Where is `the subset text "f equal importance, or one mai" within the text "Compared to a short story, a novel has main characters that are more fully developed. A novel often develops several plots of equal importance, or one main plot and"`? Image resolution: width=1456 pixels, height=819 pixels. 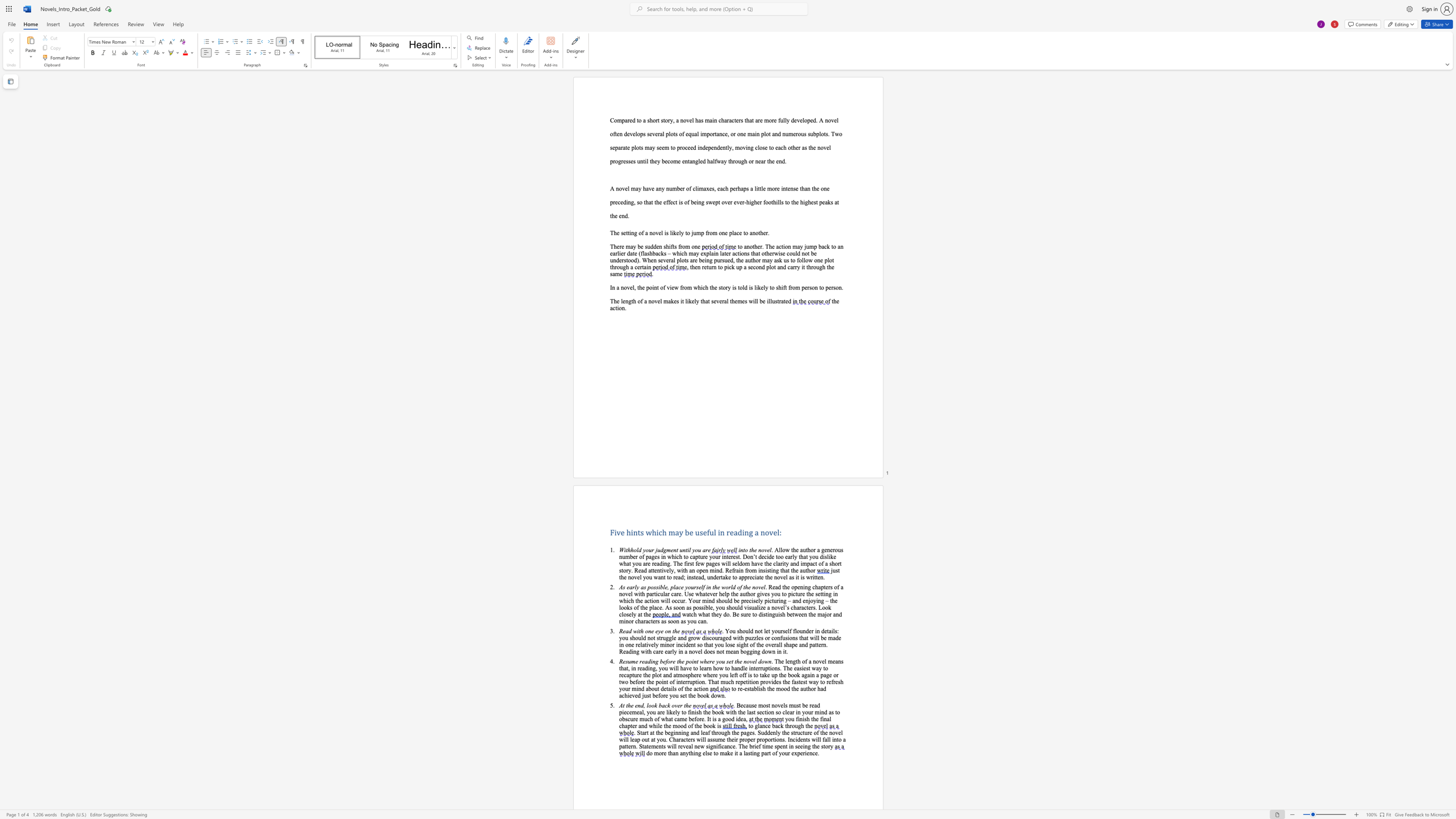
the subset text "f equal importance, or one mai" within the text "Compared to a short story, a novel has main characters that are more fully developed. A novel often develops several plots of equal importance, or one main plot and" is located at coordinates (682, 133).